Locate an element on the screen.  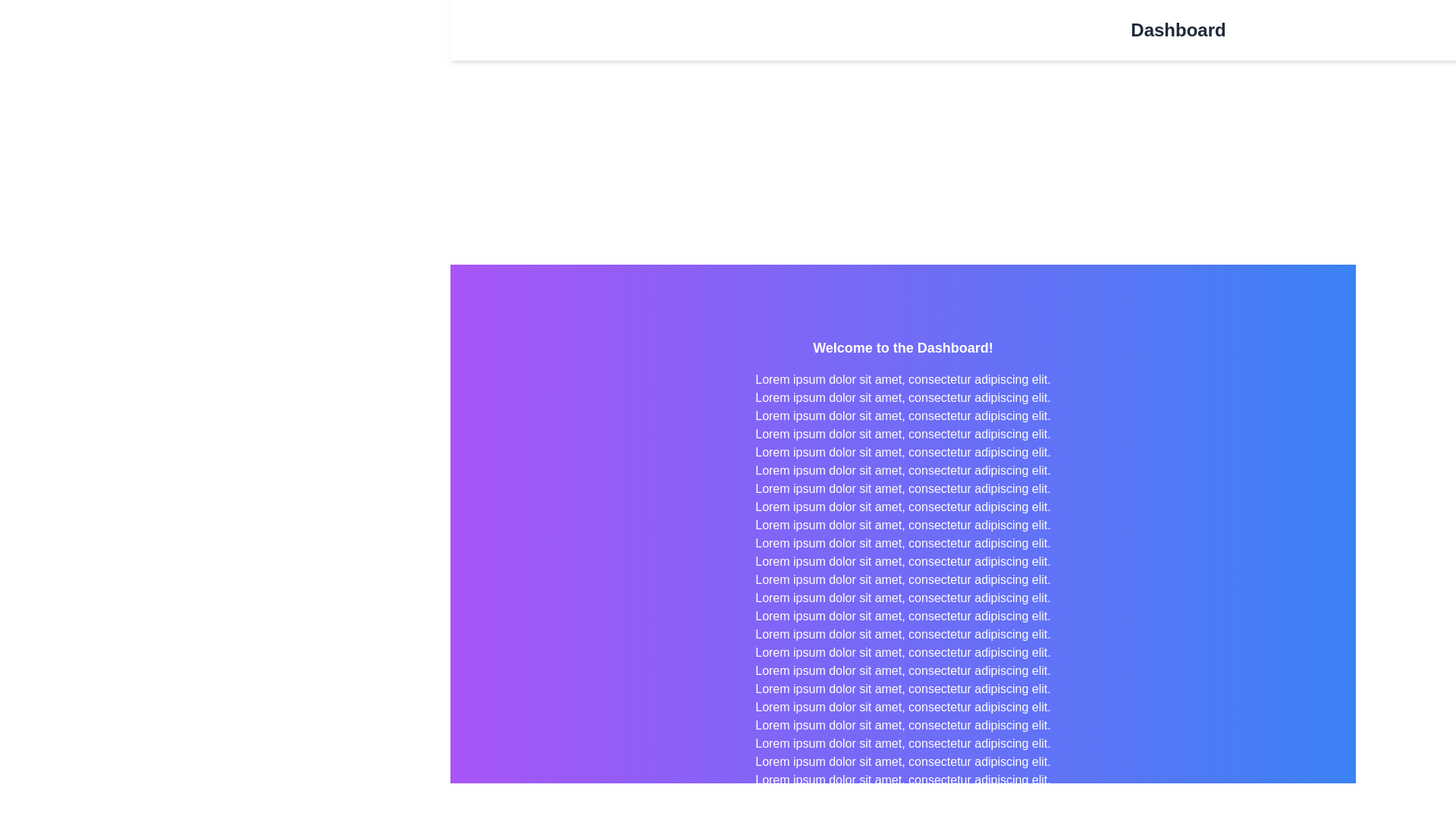
the fourth text block in the vertical list, which serves as static textual content providing placeholder text or a message is located at coordinates (902, 416).